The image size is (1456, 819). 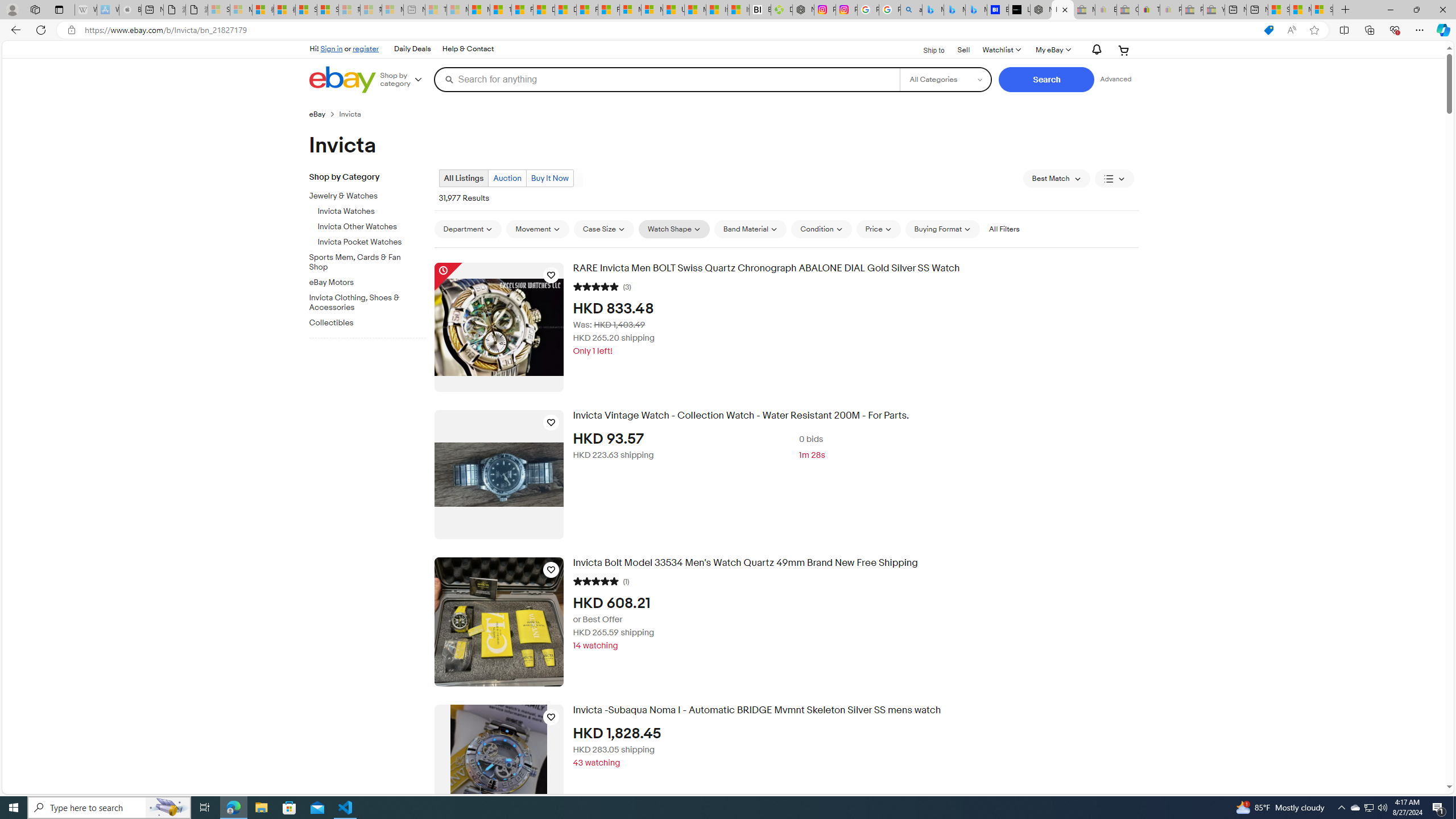 I want to click on 'Payments Terms of Use | eBay.com - Sleeping', so click(x=1170, y=9).